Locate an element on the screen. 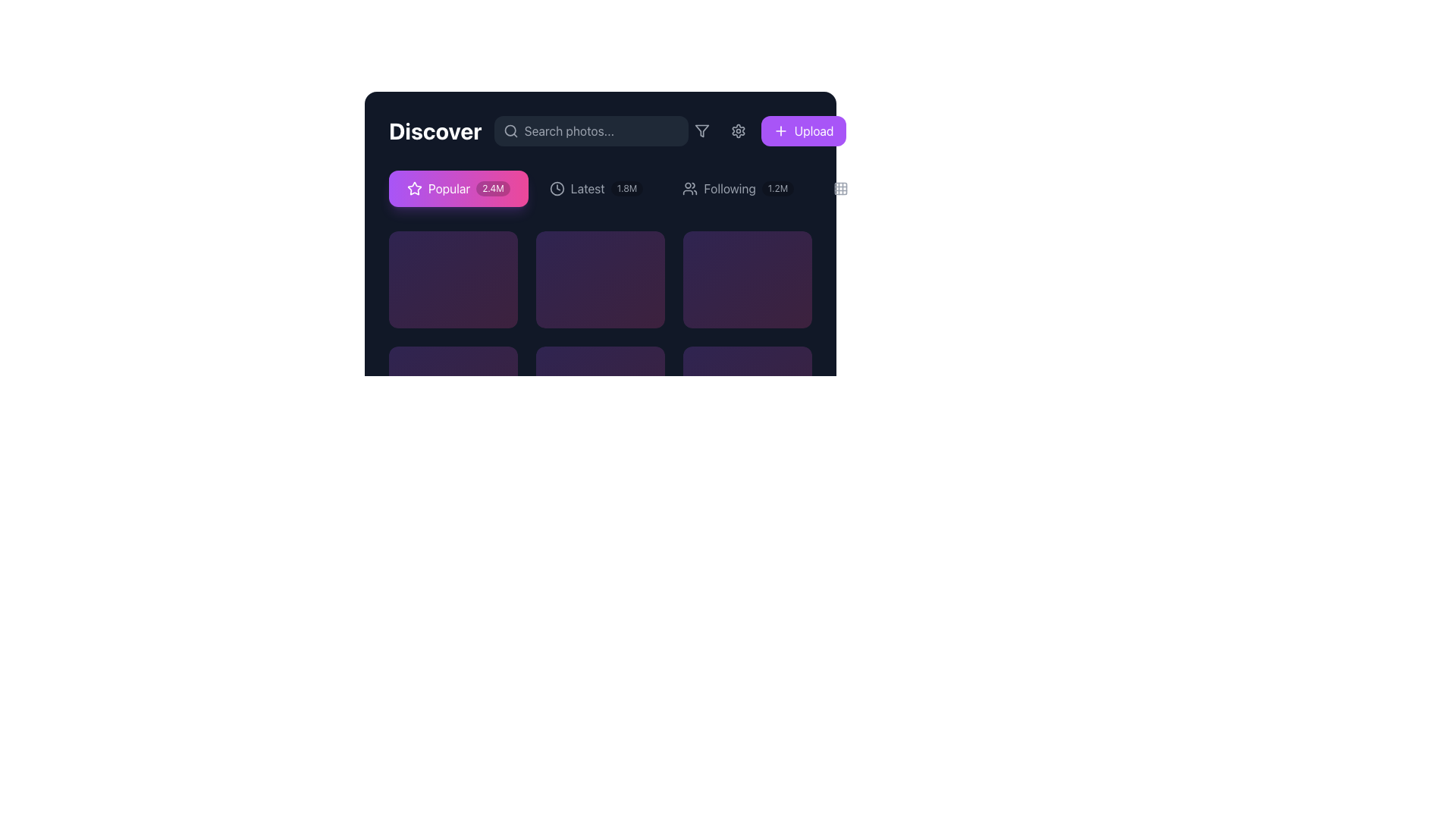 Image resolution: width=1456 pixels, height=819 pixels. the 'Following' static text label, which is styled in gray on a dark background and is positioned between an icon and a numeric label ('1.2M') is located at coordinates (730, 188).